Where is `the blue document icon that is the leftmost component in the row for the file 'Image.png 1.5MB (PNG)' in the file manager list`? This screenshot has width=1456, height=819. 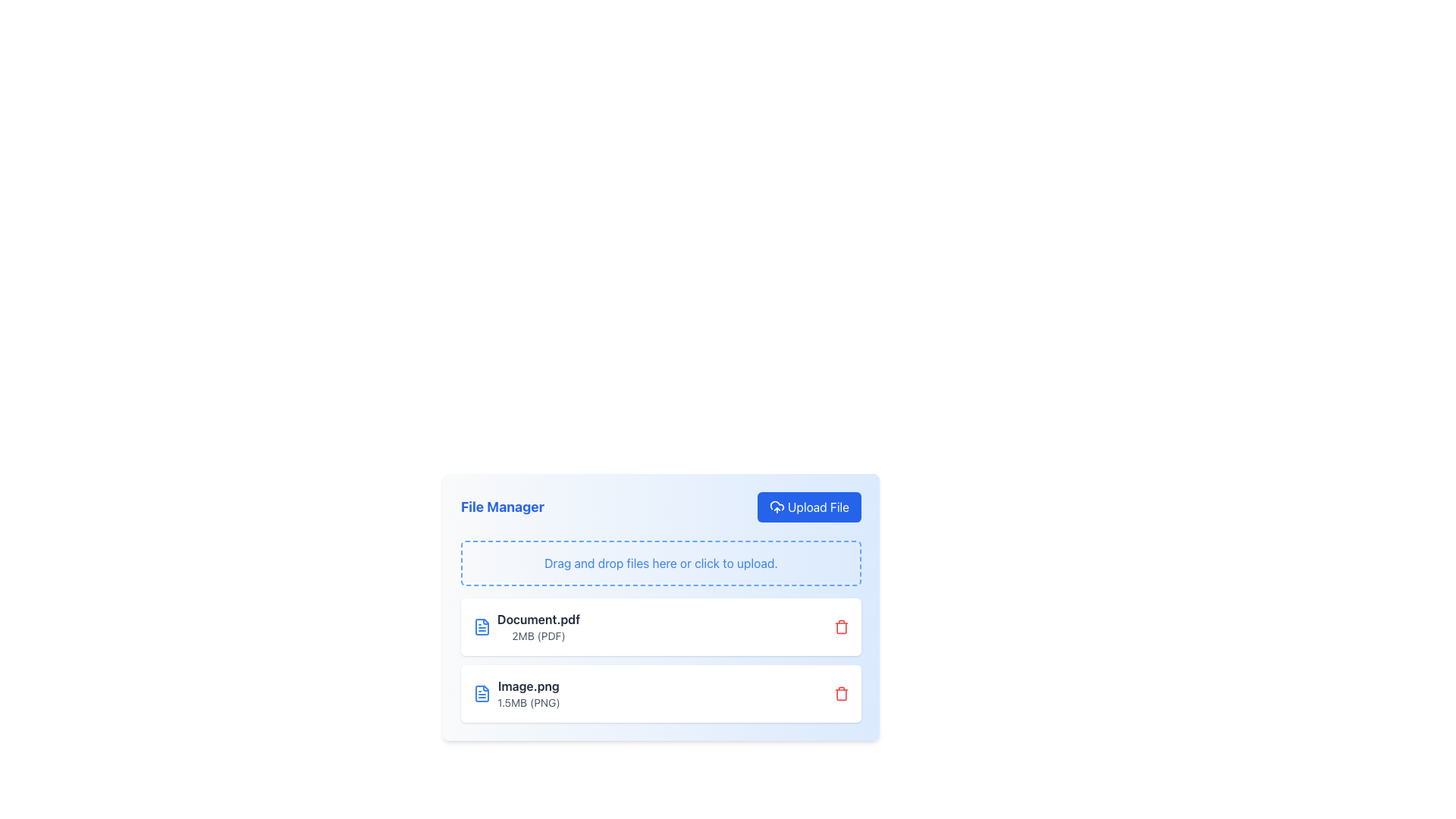
the blue document icon that is the leftmost component in the row for the file 'Image.png 1.5MB (PNG)' in the file manager list is located at coordinates (481, 693).